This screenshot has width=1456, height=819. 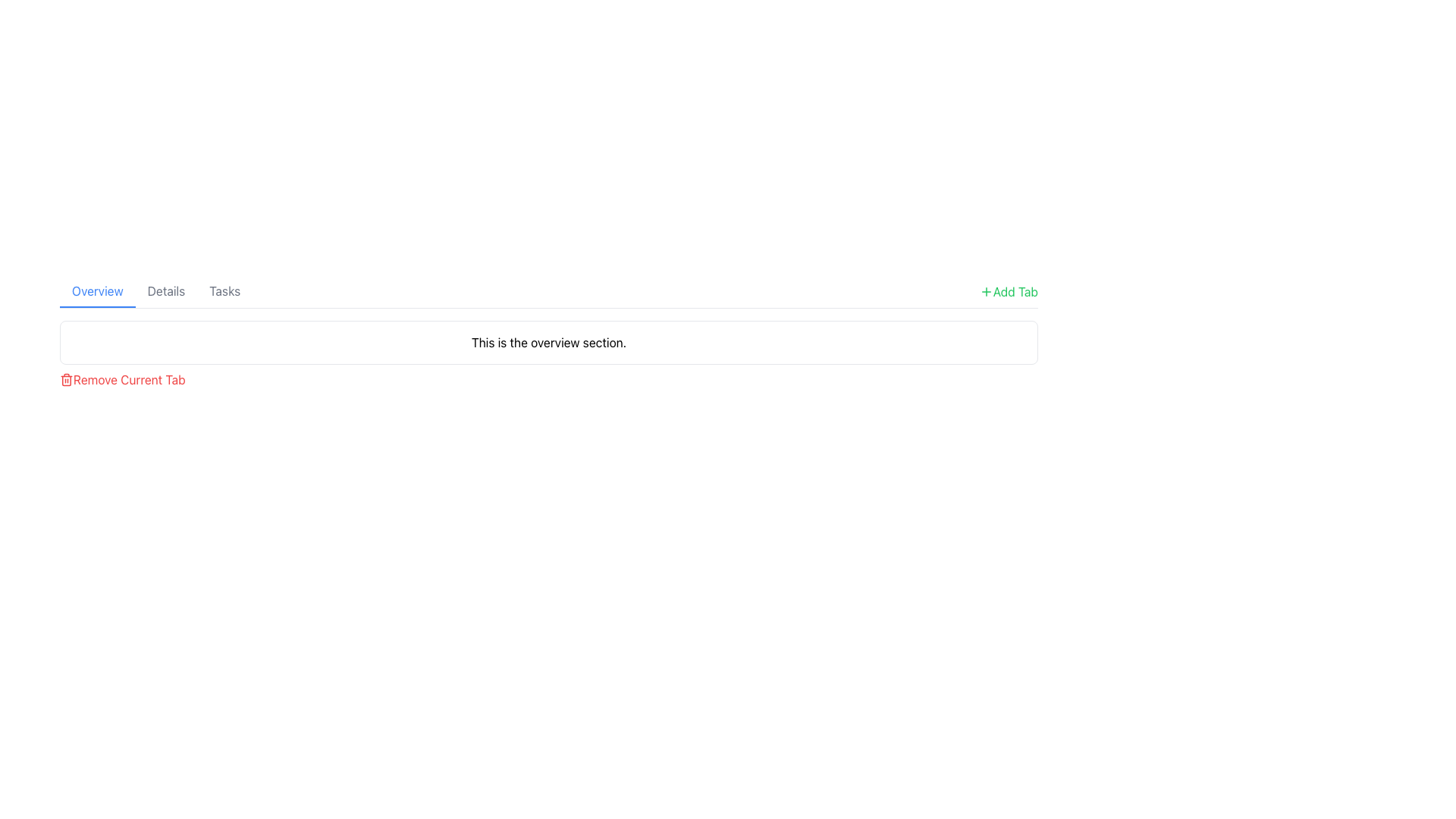 What do you see at coordinates (986, 292) in the screenshot?
I see `the green plus sign icon button located to the left of the 'Add Tab' label` at bounding box center [986, 292].